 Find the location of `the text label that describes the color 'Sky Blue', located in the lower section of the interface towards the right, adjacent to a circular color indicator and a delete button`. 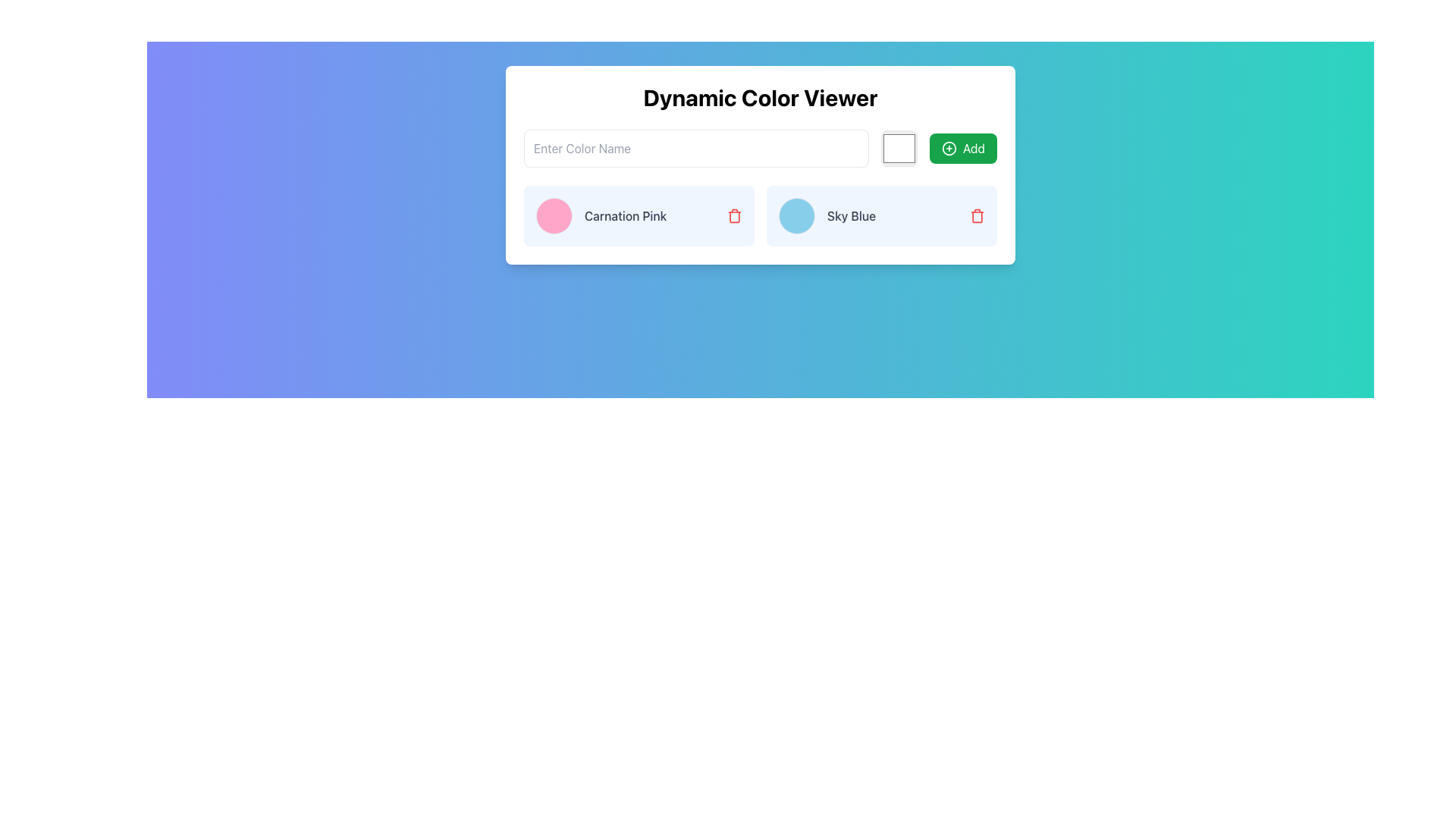

the text label that describes the color 'Sky Blue', located in the lower section of the interface towards the right, adjacent to a circular color indicator and a delete button is located at coordinates (852, 216).